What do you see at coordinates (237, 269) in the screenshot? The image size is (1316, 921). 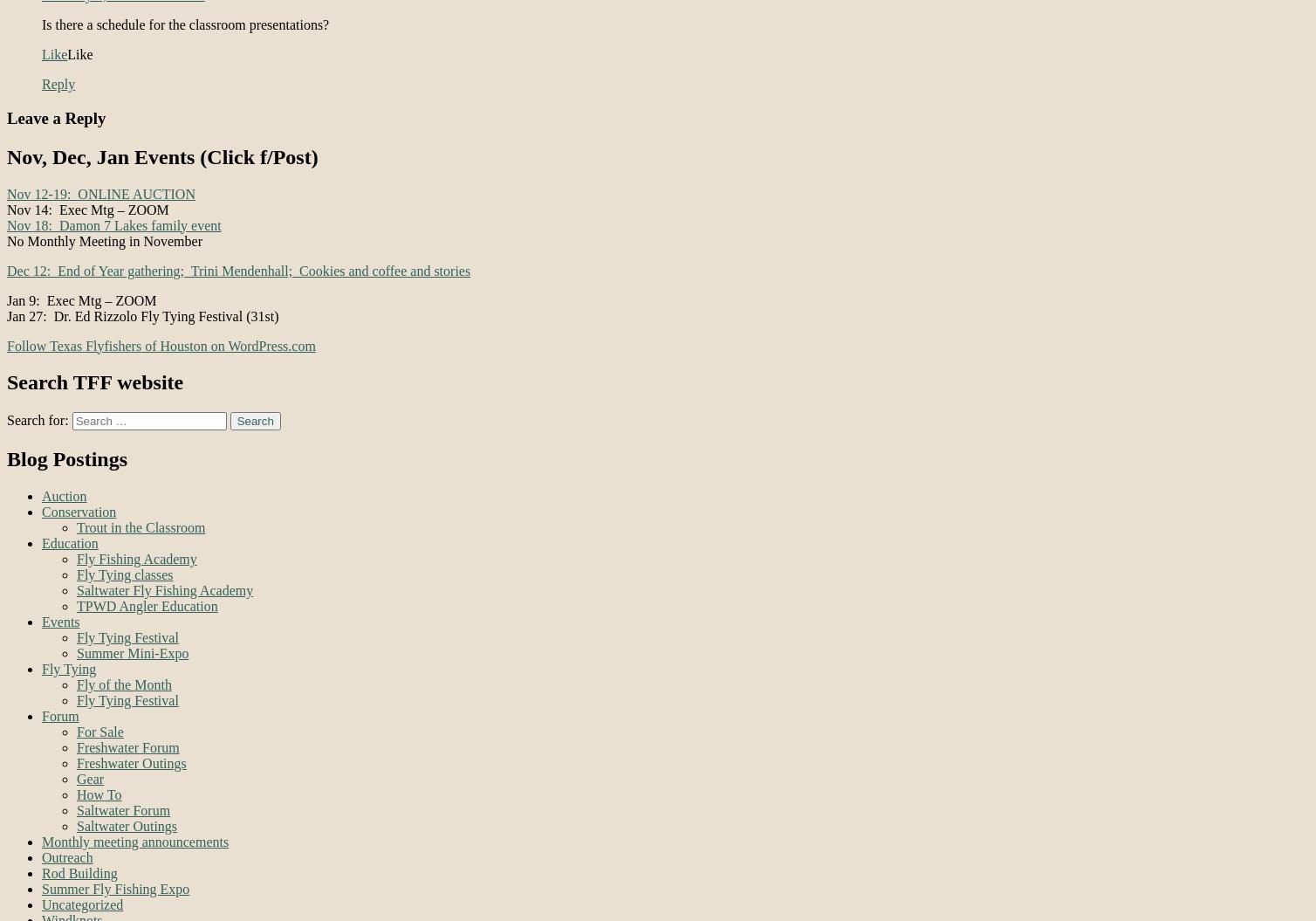 I see `'Dec 12:  End of Year gathering;  Trini Mendenhall;  Cookies and coffee and stories'` at bounding box center [237, 269].